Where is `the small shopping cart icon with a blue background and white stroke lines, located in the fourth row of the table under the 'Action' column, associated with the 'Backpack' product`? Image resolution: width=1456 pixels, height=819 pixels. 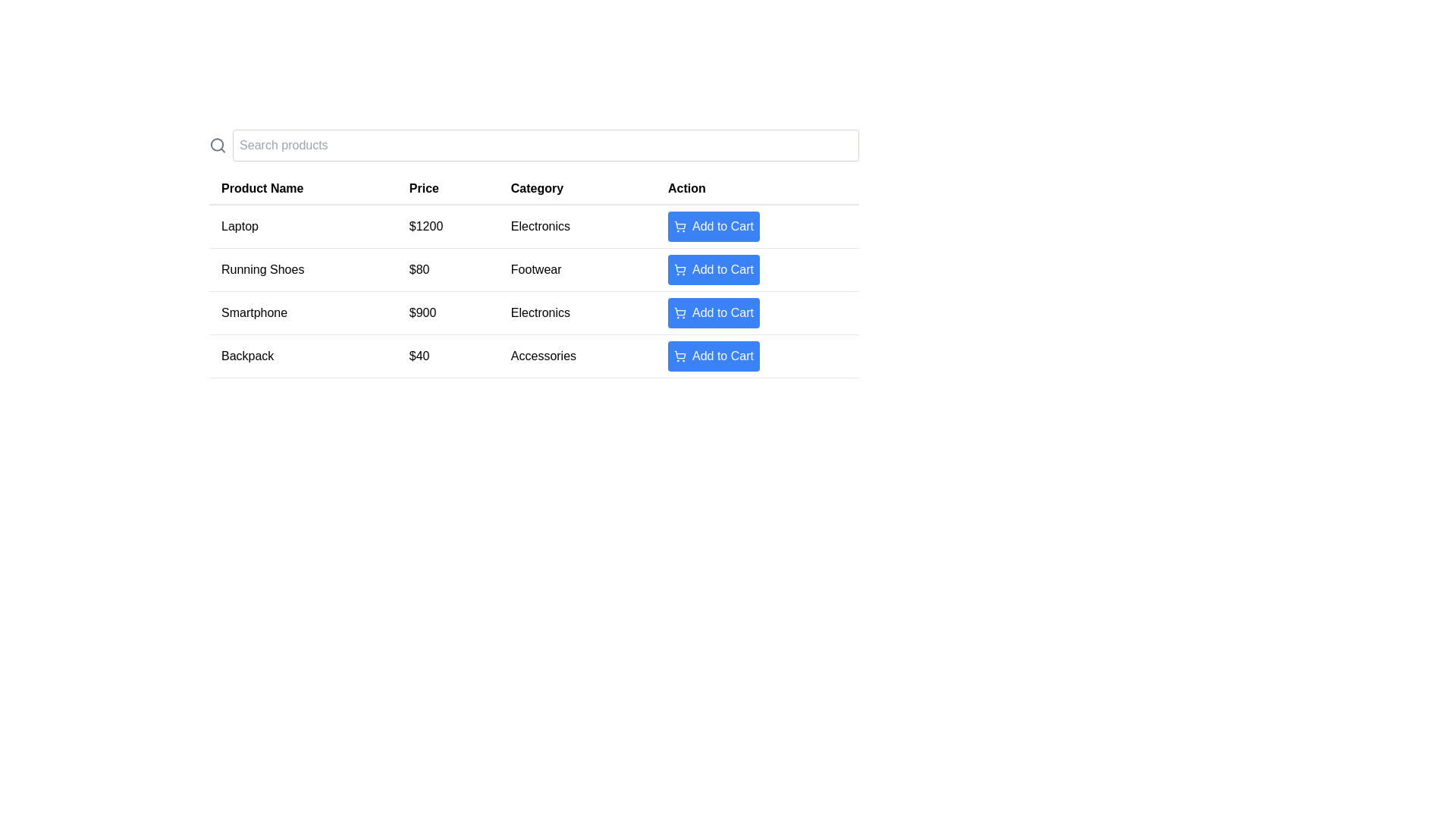
the small shopping cart icon with a blue background and white stroke lines, located in the fourth row of the table under the 'Action' column, associated with the 'Backpack' product is located at coordinates (679, 356).